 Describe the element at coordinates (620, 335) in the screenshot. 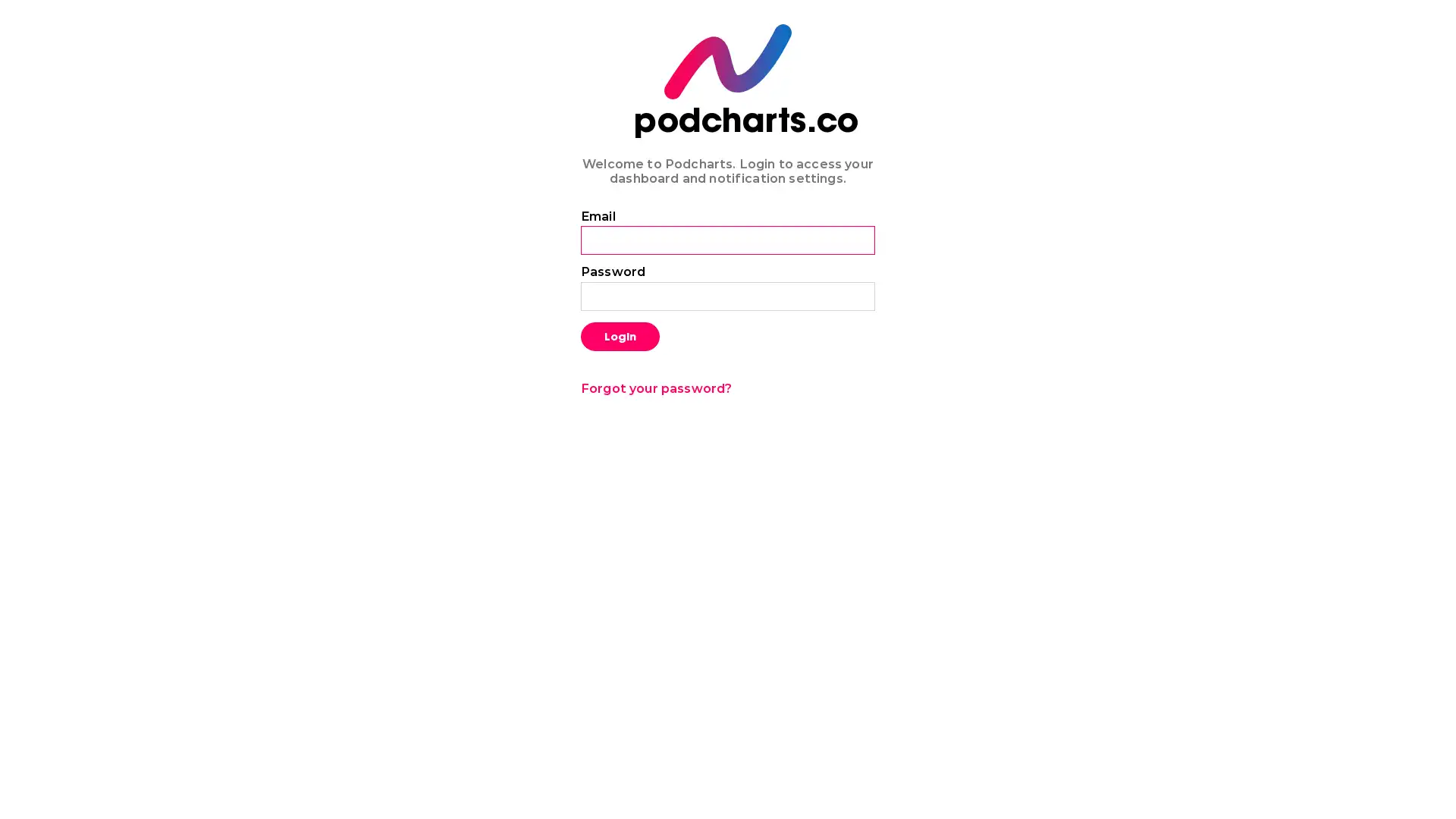

I see `Login` at that location.